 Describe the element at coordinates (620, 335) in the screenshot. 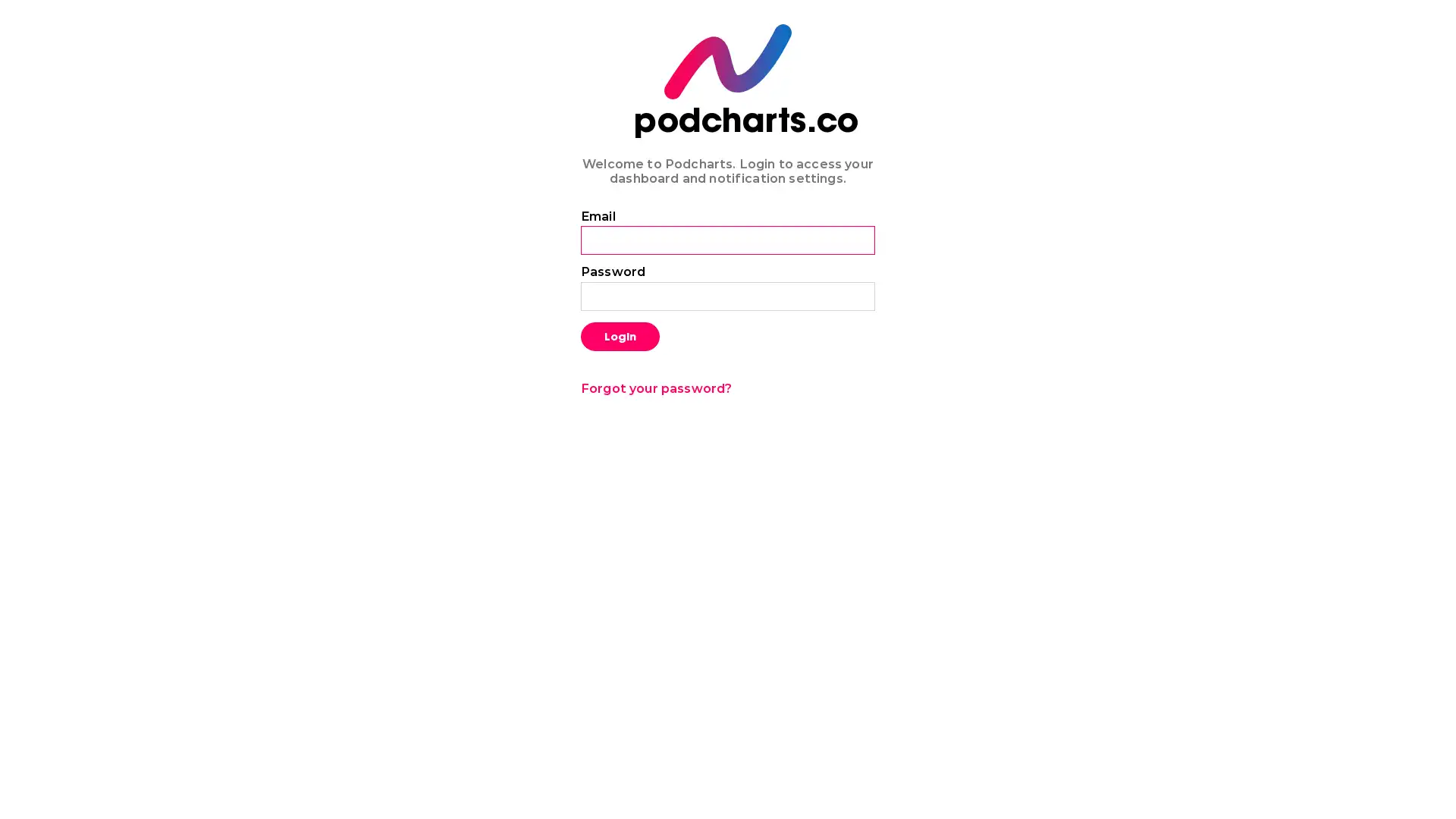

I see `Login` at that location.